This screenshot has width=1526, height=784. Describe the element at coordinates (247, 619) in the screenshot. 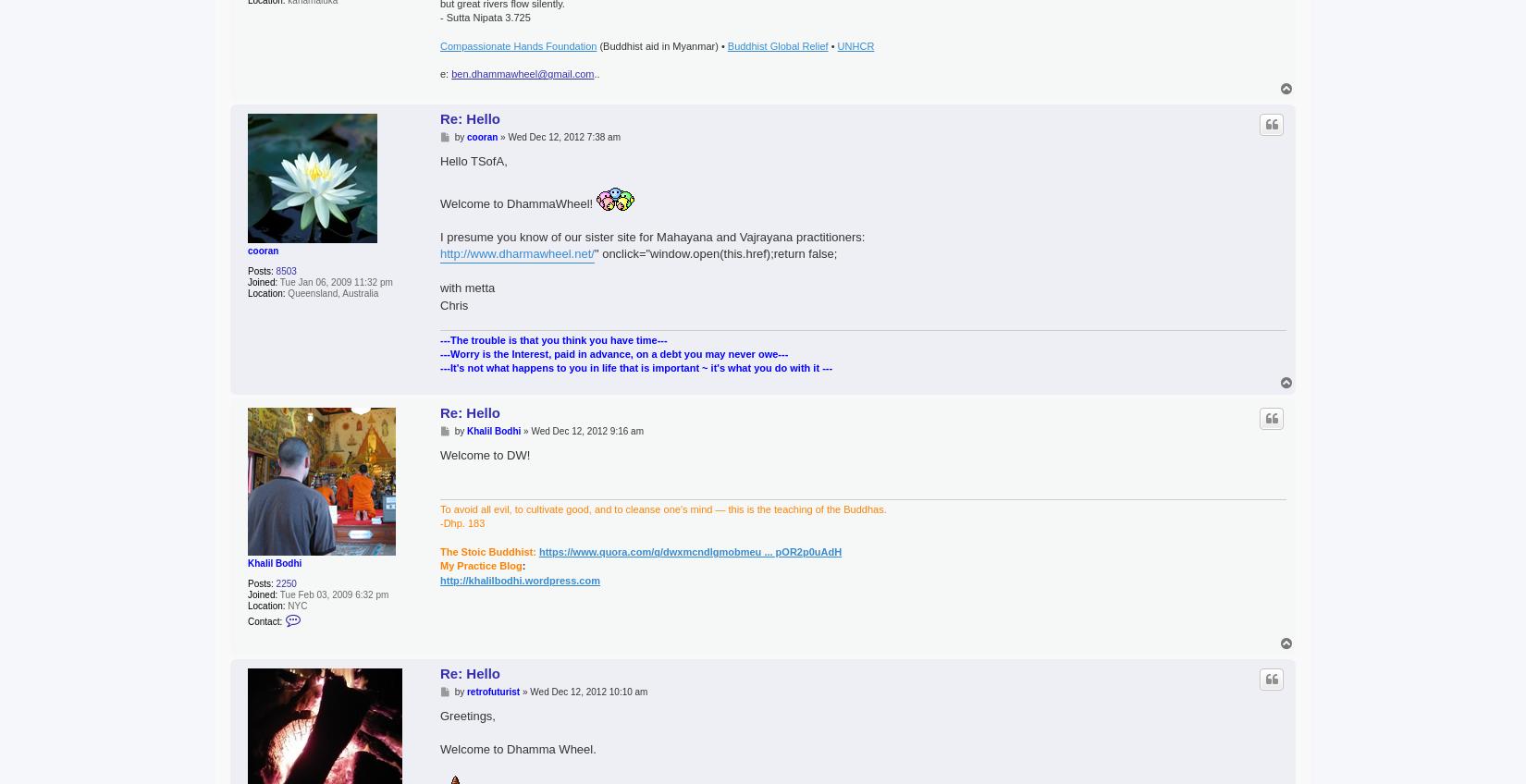

I see `'Contact:'` at that location.